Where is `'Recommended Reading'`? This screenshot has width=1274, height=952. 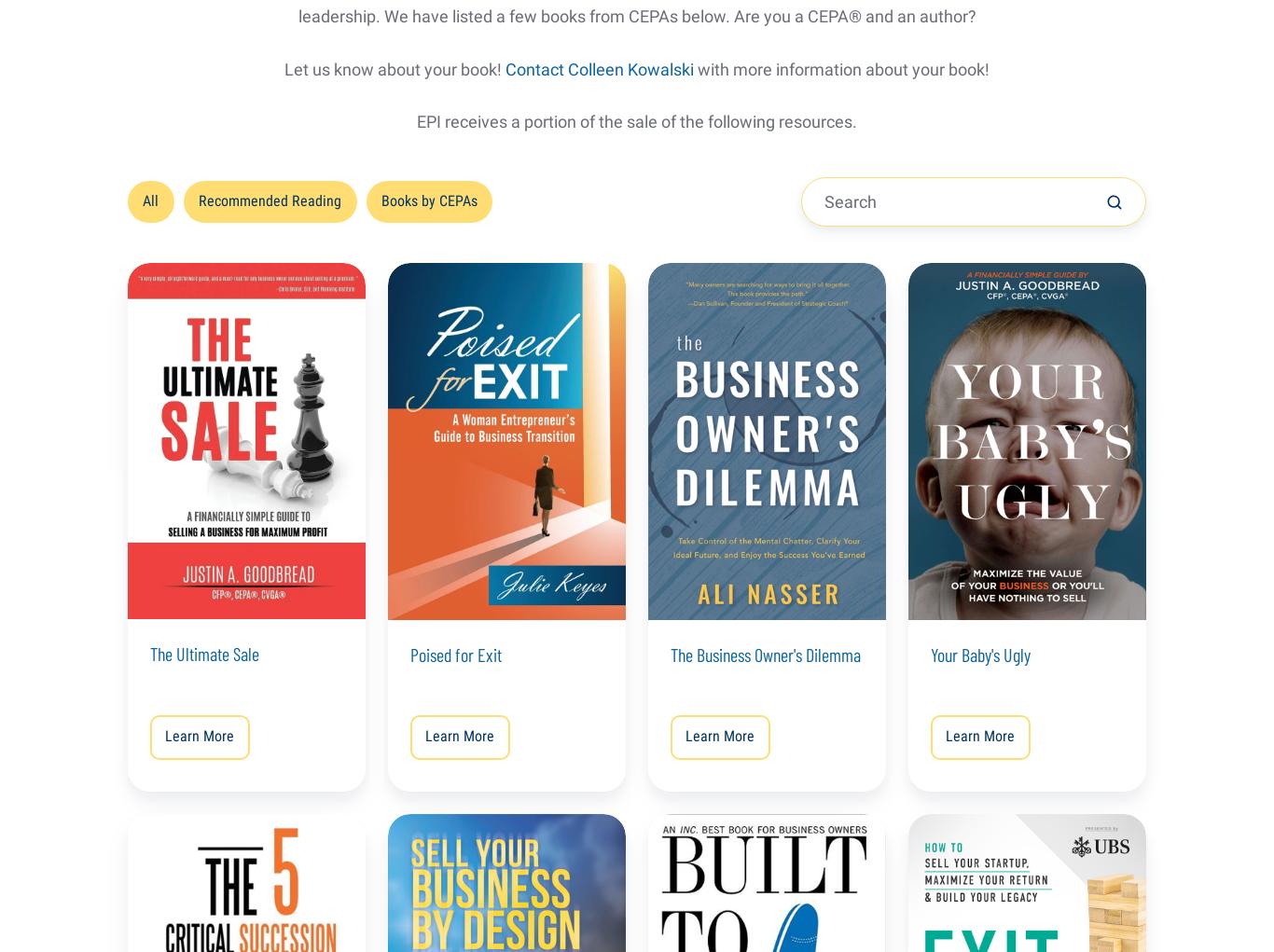 'Recommended Reading' is located at coordinates (270, 200).